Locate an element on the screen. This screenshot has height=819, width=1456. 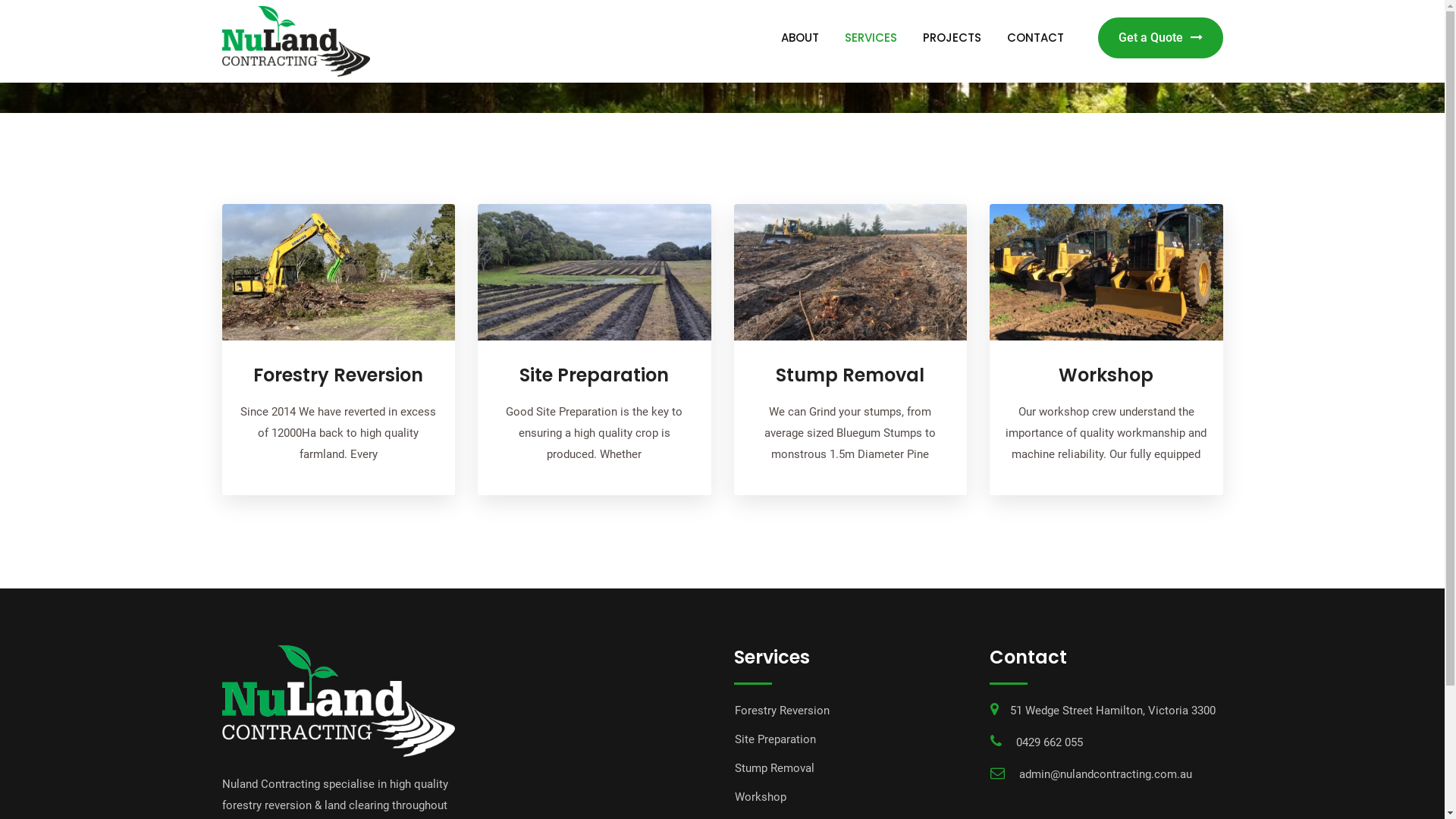
'Forestry Reversion' is located at coordinates (781, 711).